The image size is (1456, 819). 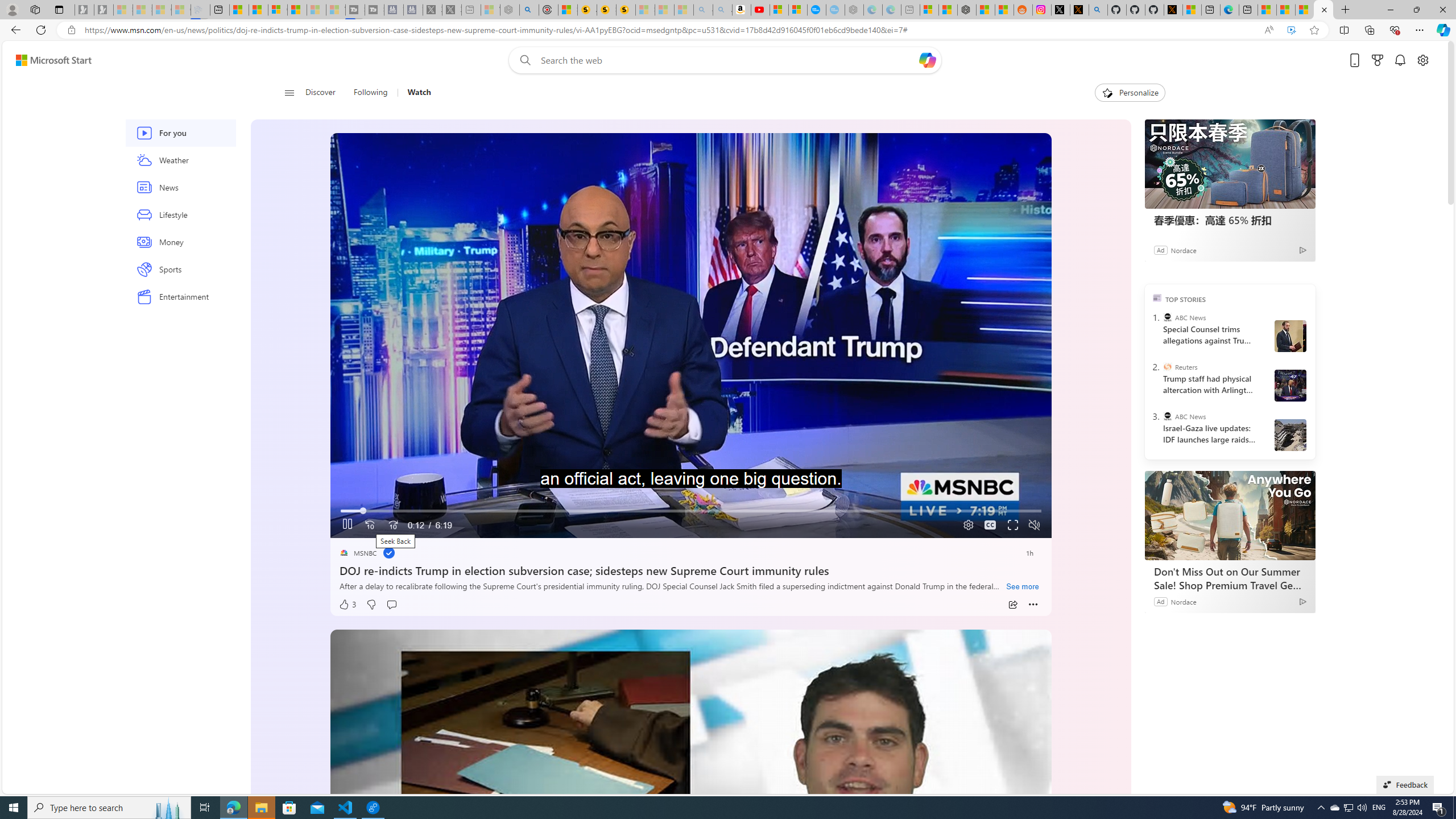 I want to click on 'Personalize', so click(x=1129, y=92).